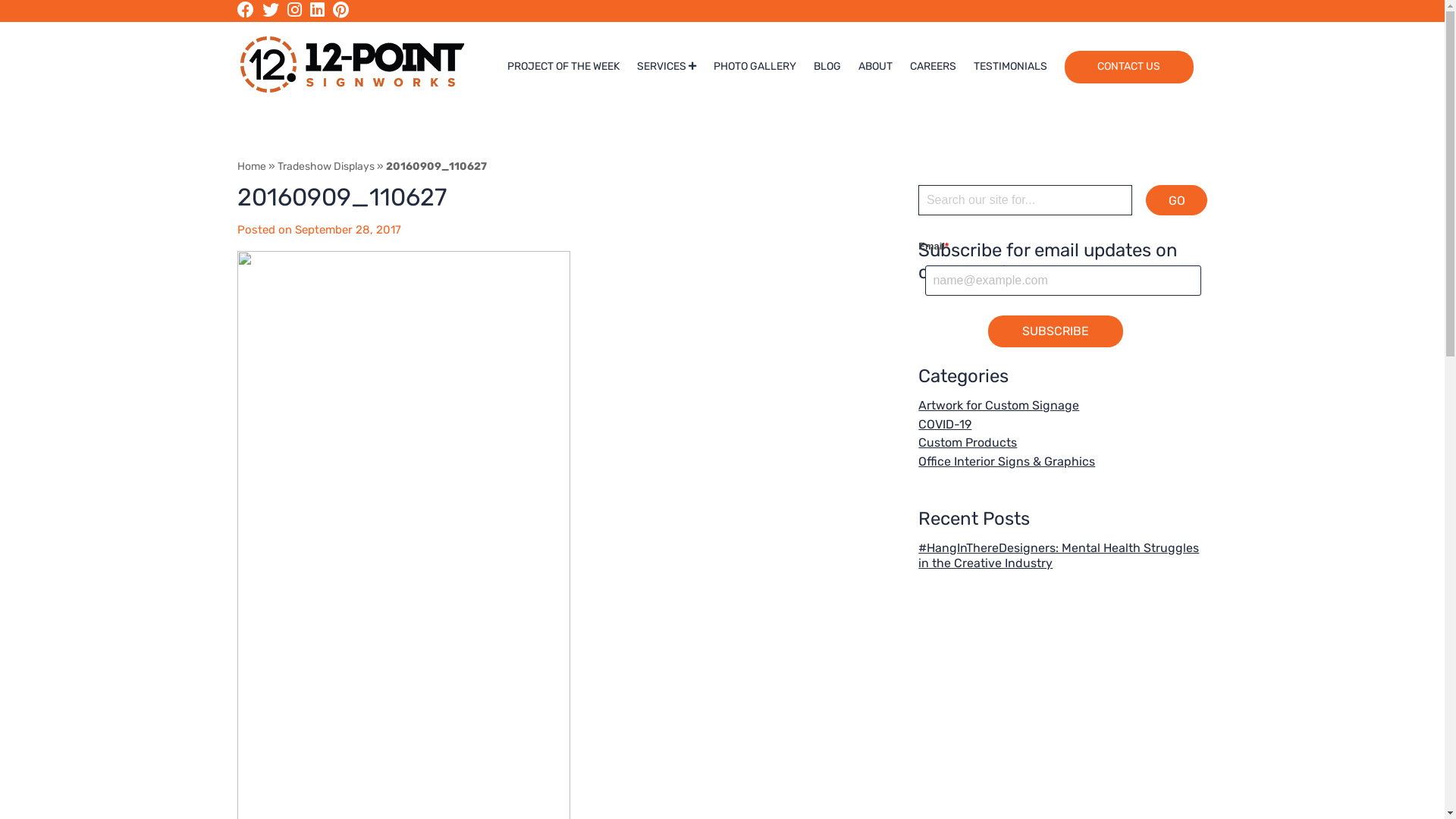 The image size is (1456, 819). Describe the element at coordinates (917, 442) in the screenshot. I see `'Custom Products'` at that location.